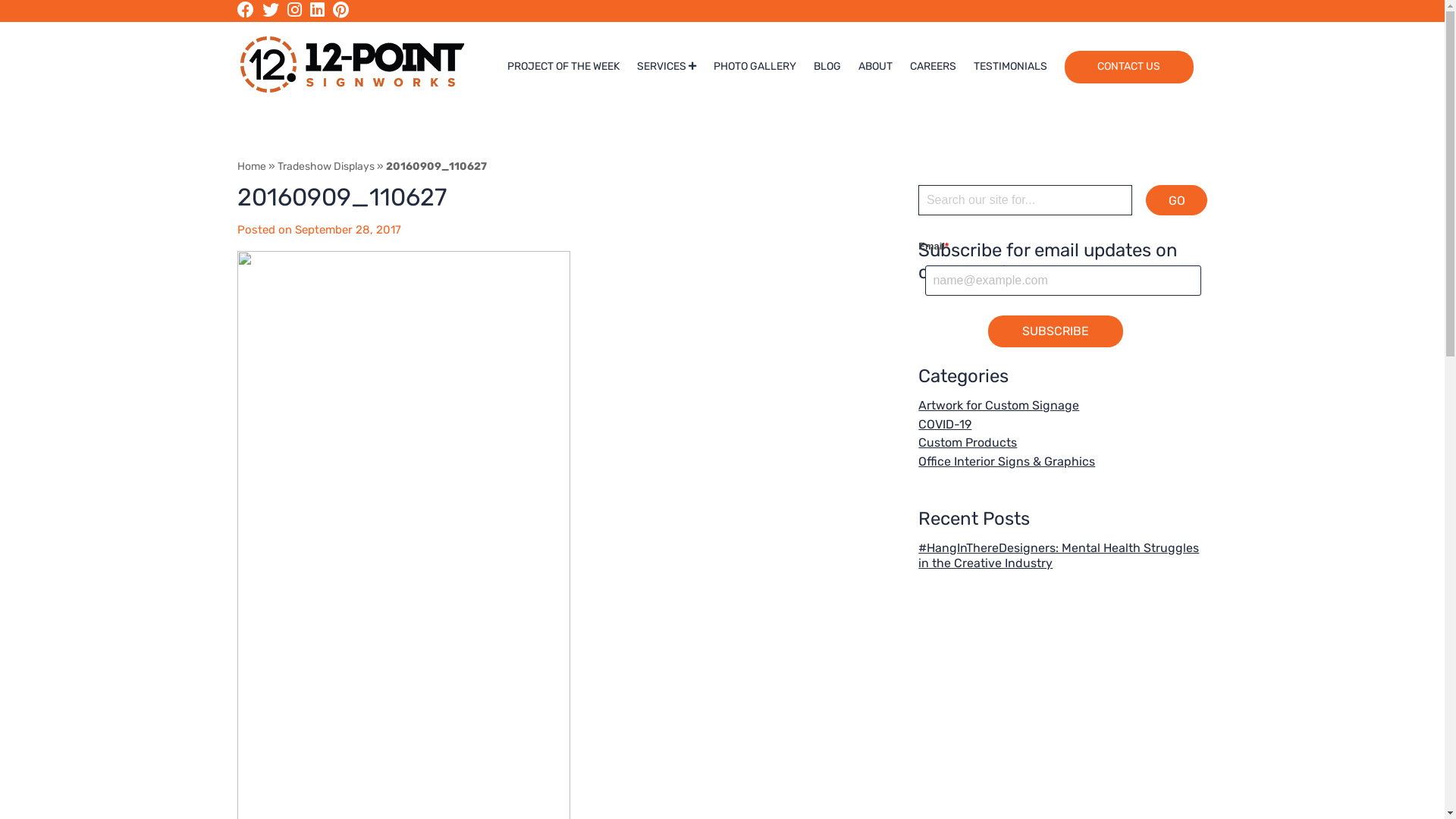 The image size is (1456, 819). Describe the element at coordinates (917, 442) in the screenshot. I see `'Custom Products'` at that location.